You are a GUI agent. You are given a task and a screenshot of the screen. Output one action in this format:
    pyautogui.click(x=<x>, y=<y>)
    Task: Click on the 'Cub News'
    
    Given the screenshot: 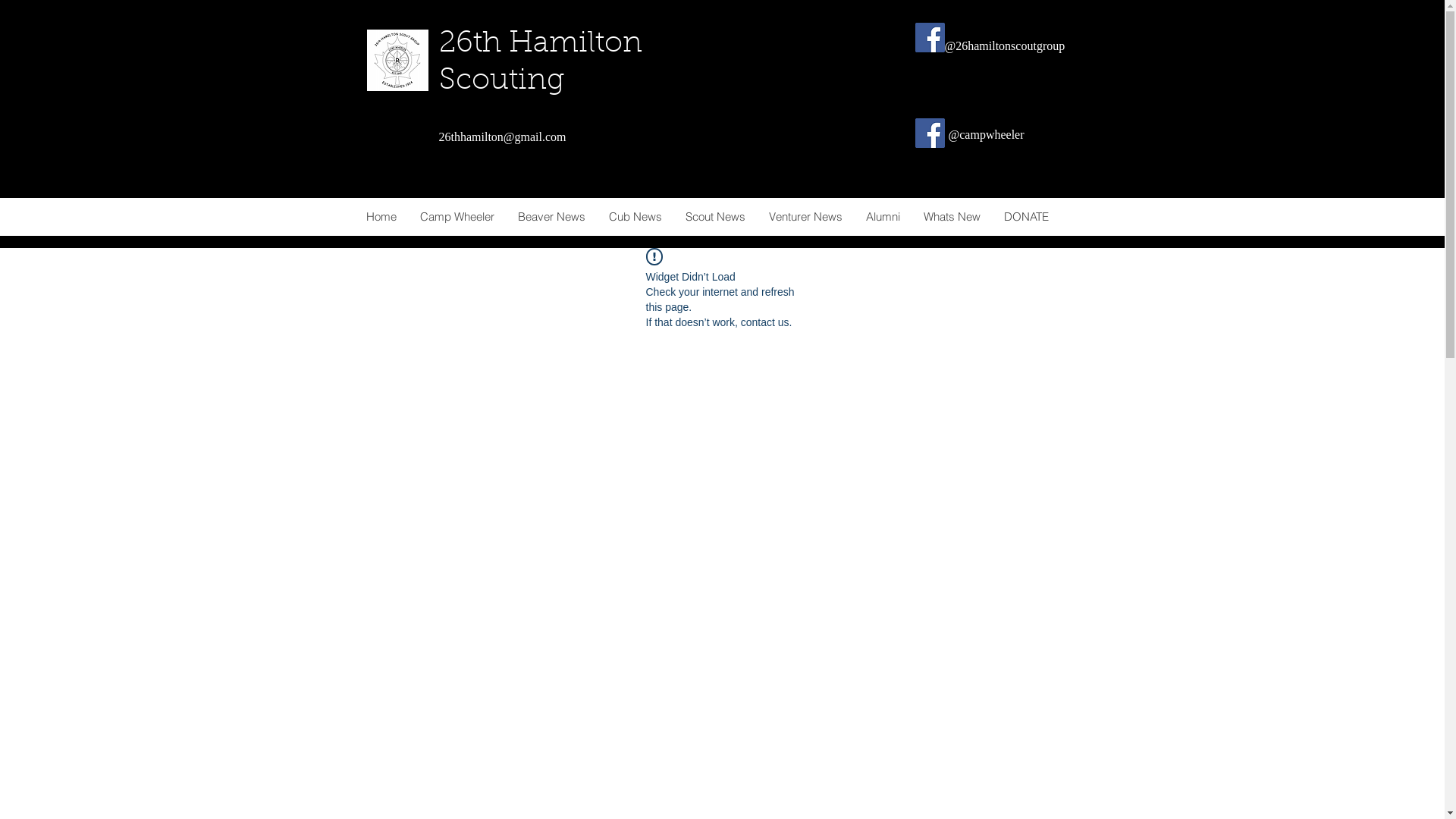 What is the action you would take?
    pyautogui.click(x=634, y=216)
    